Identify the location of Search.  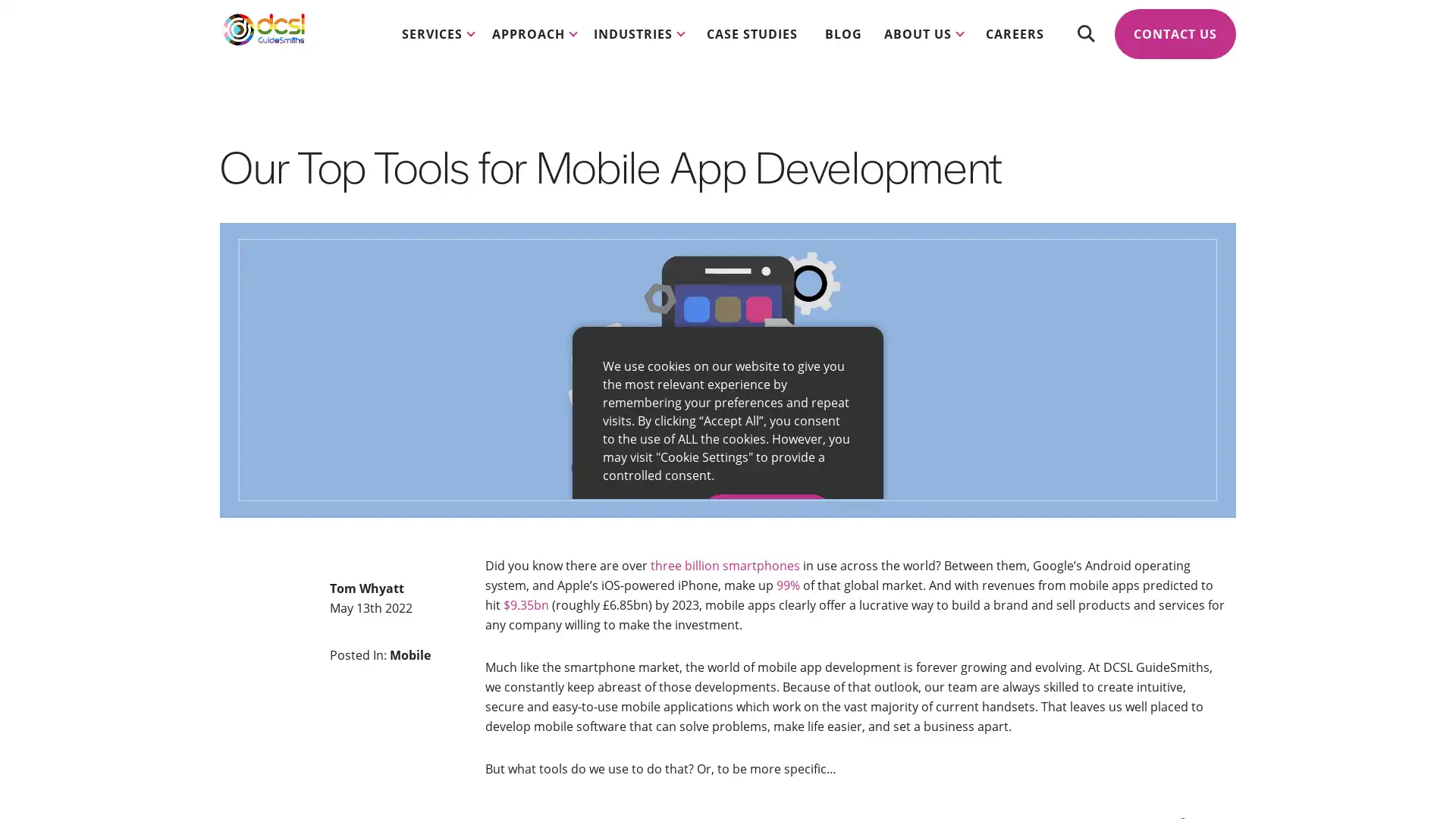
(1084, 45).